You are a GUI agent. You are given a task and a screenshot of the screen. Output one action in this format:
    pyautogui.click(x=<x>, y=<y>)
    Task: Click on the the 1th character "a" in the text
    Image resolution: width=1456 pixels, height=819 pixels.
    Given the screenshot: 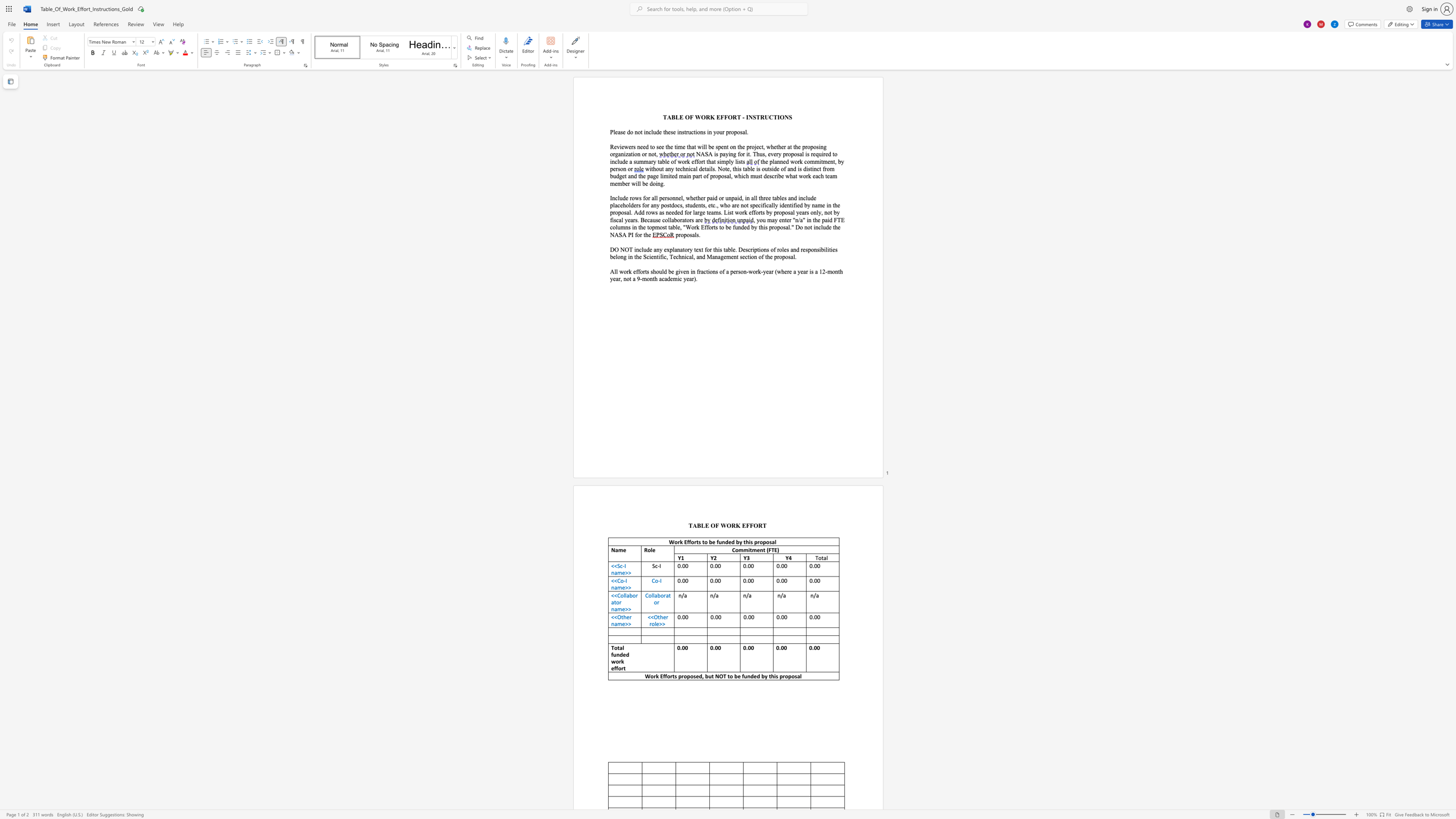 What is the action you would take?
    pyautogui.click(x=723, y=153)
    